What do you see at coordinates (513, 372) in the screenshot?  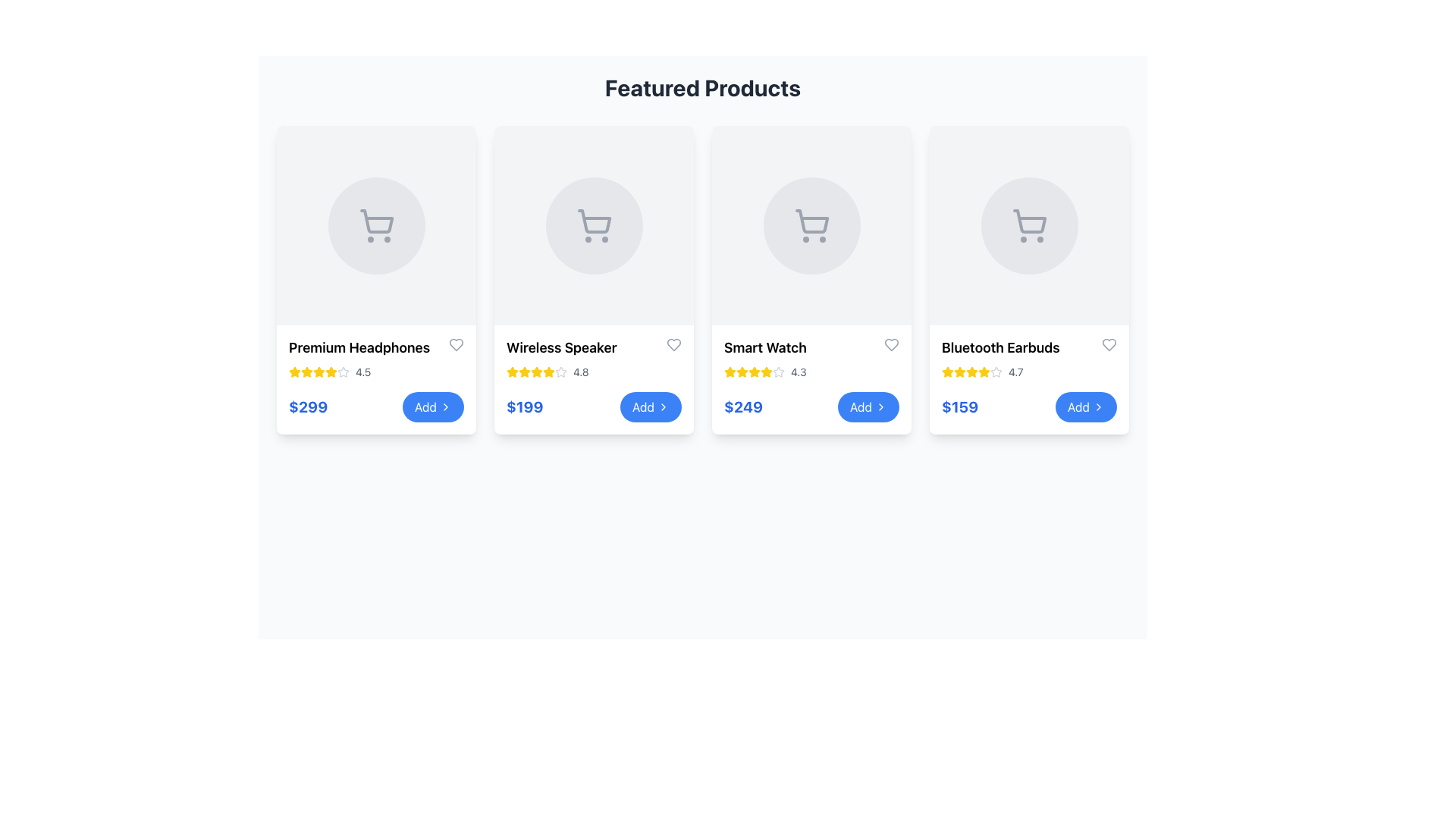 I see `leftmost yellow star icon in the rating section of the 'Wireless Speaker' product card for its properties or details` at bounding box center [513, 372].